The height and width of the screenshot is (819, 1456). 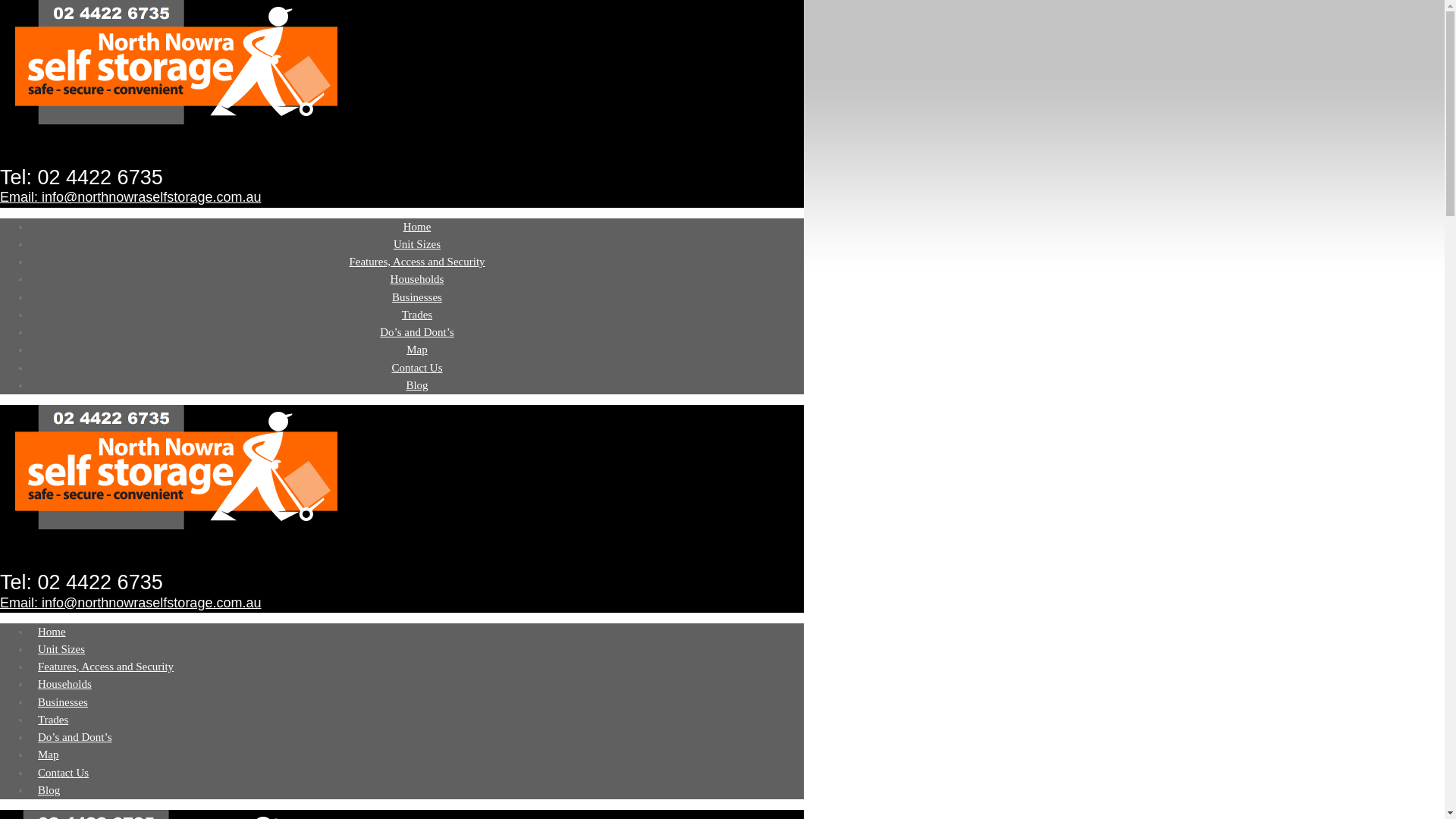 I want to click on 'Home', so click(x=52, y=632).